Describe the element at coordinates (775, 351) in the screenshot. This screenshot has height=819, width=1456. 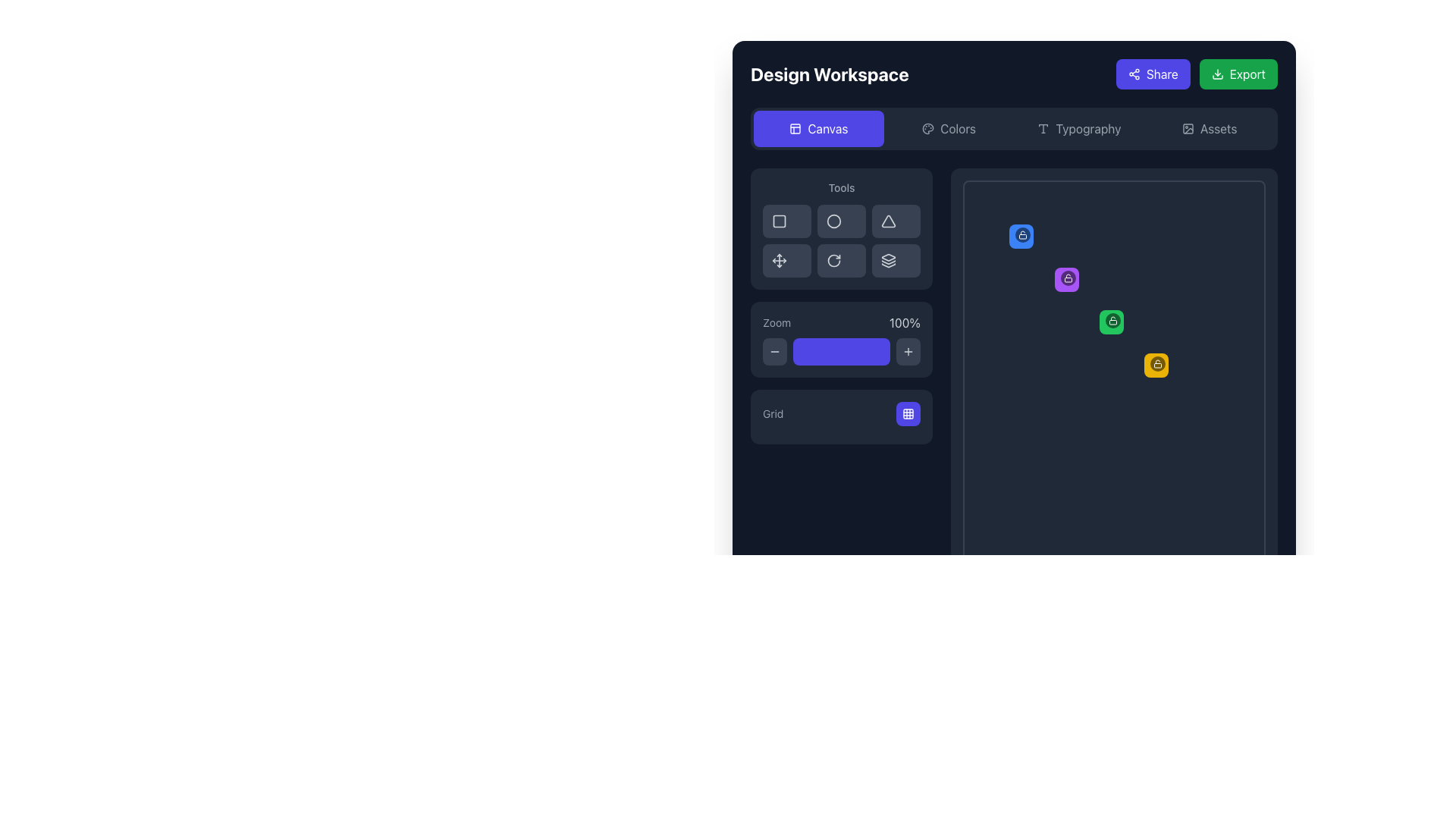
I see `the minus icon button located in the 'Zoom' section of the interface to zoom out` at that location.